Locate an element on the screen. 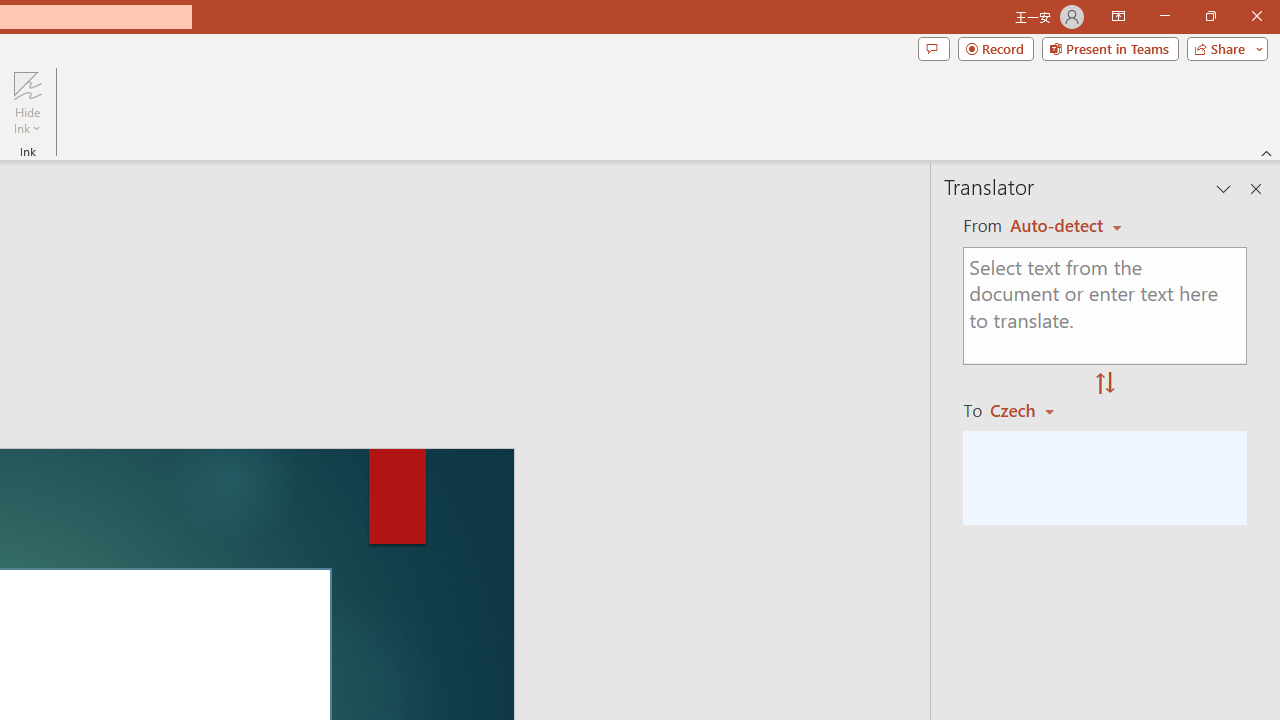 This screenshot has height=720, width=1280. 'Task Pane Options' is located at coordinates (1223, 189).